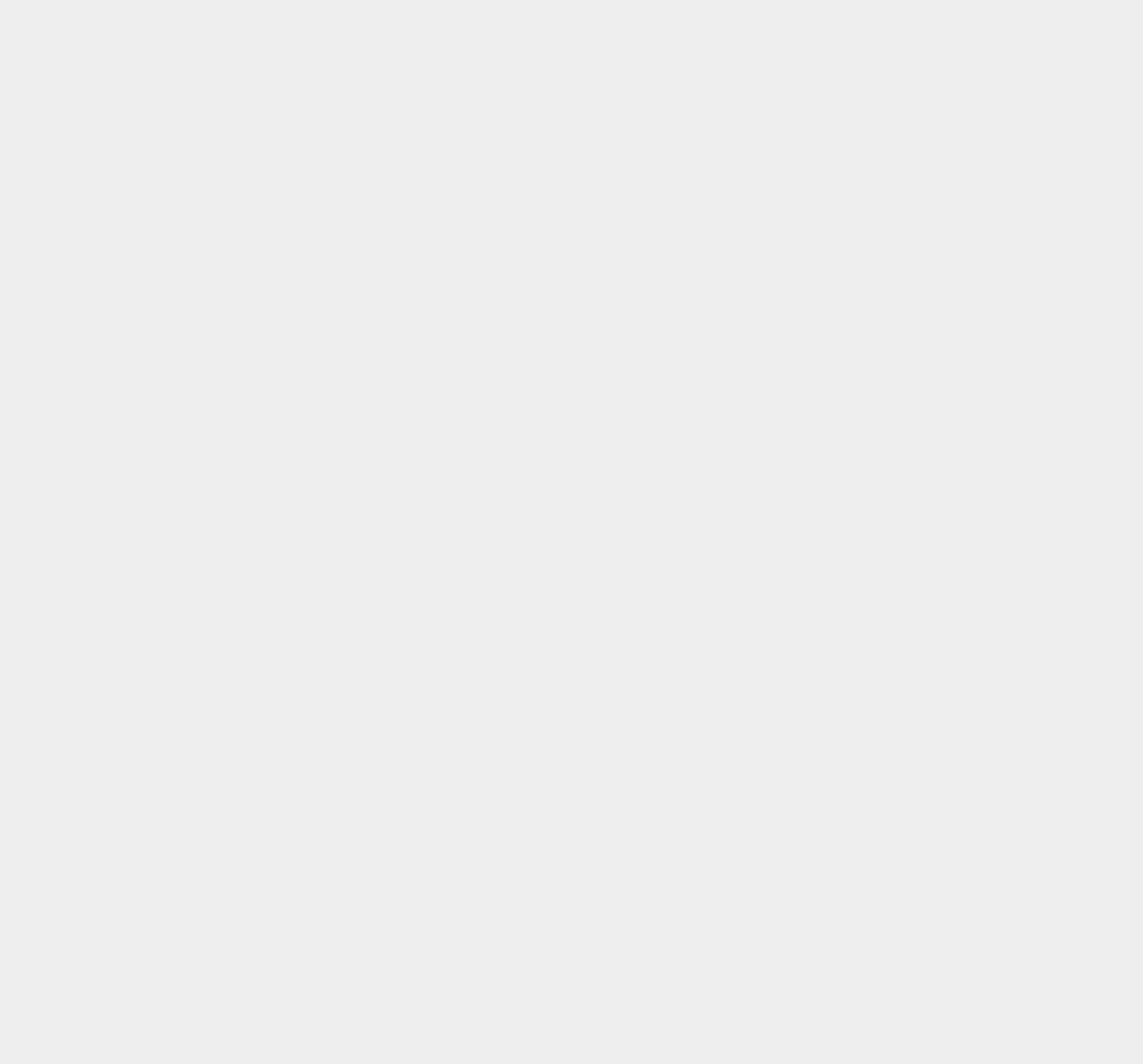 This screenshot has width=1143, height=1064. Describe the element at coordinates (832, 923) in the screenshot. I see `'Security'` at that location.